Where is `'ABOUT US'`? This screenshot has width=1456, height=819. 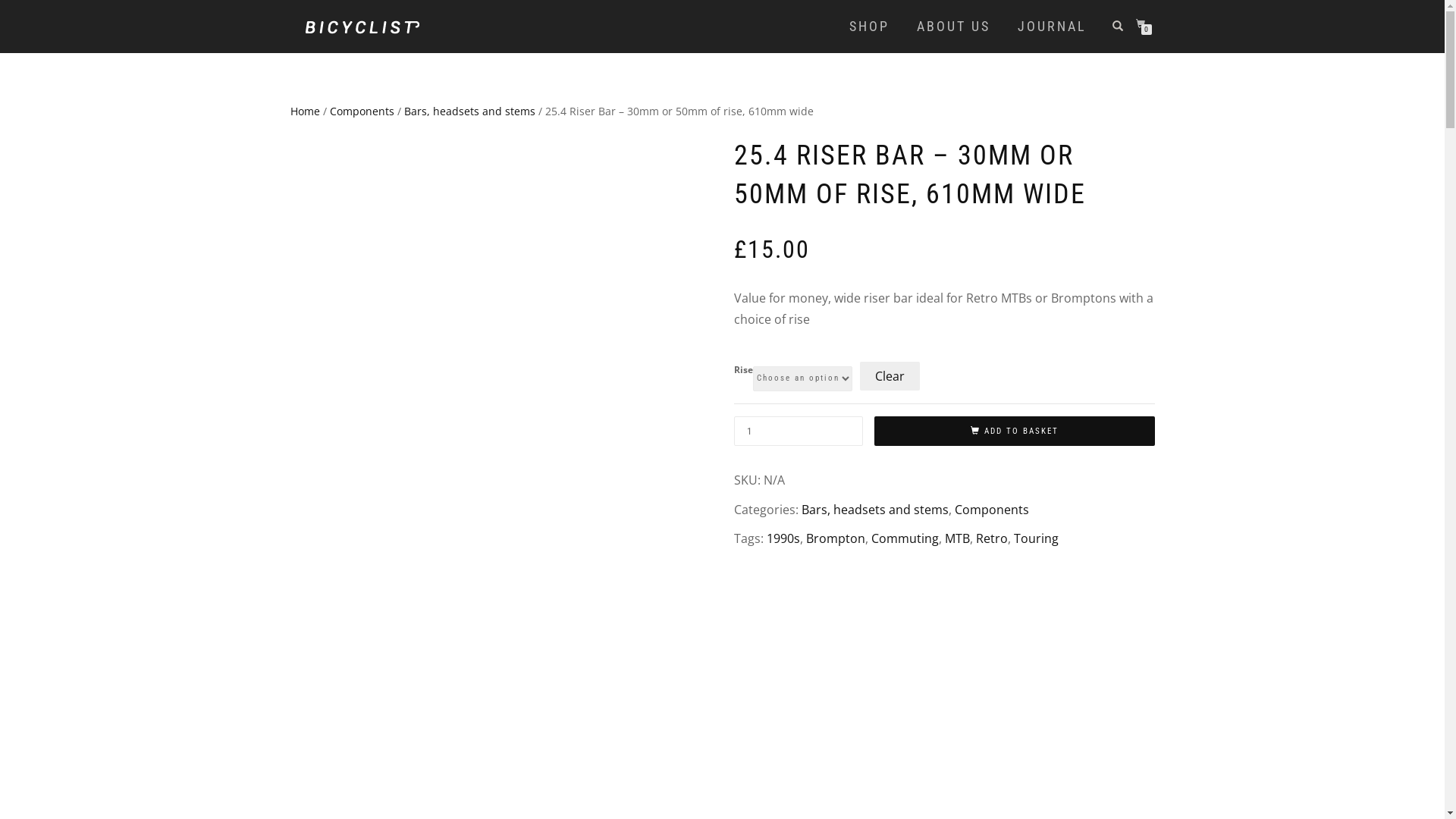
'ABOUT US' is located at coordinates (952, 26).